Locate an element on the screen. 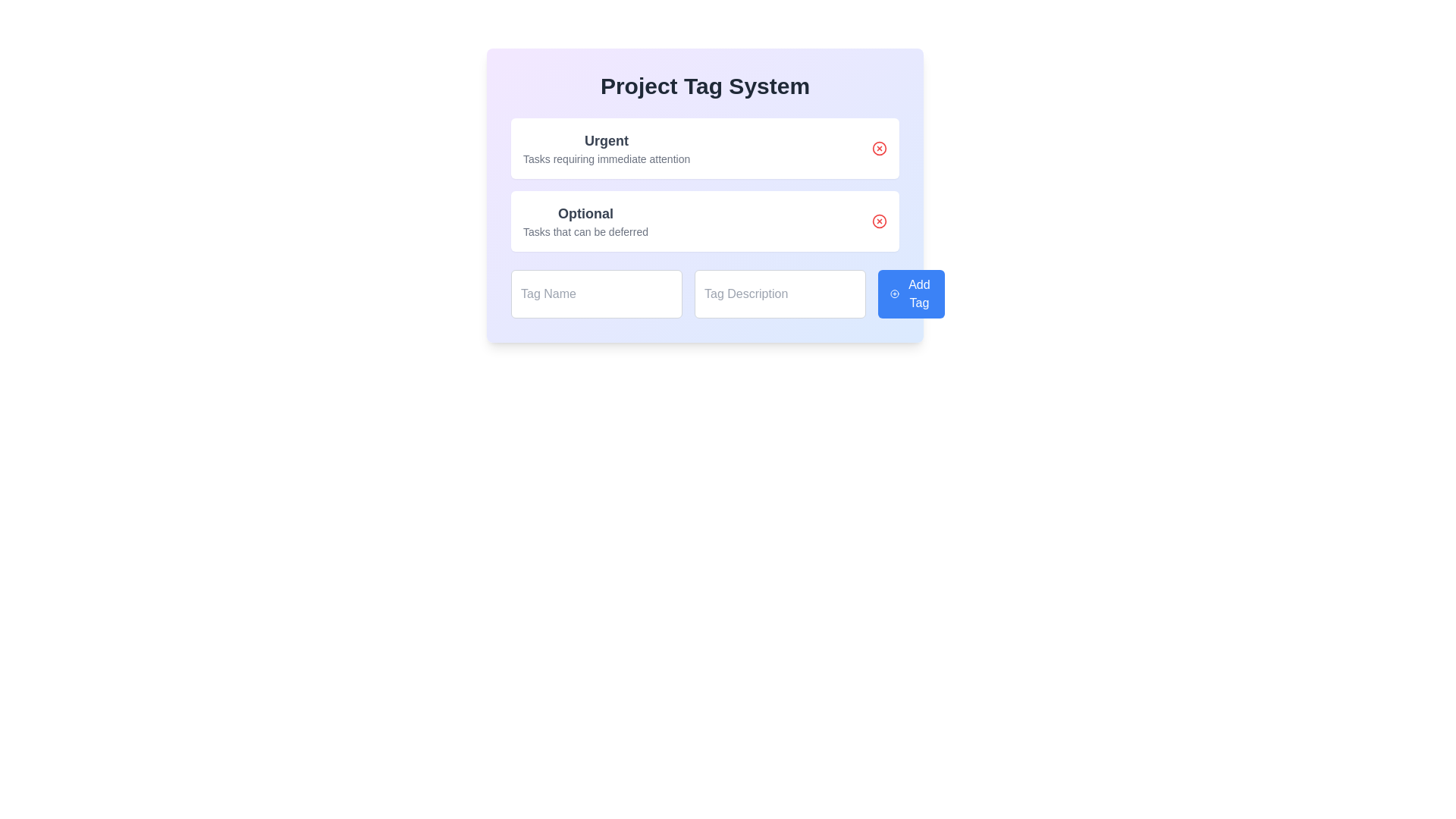  the text input field for entering a description for a tag to focus on it is located at coordinates (780, 294).